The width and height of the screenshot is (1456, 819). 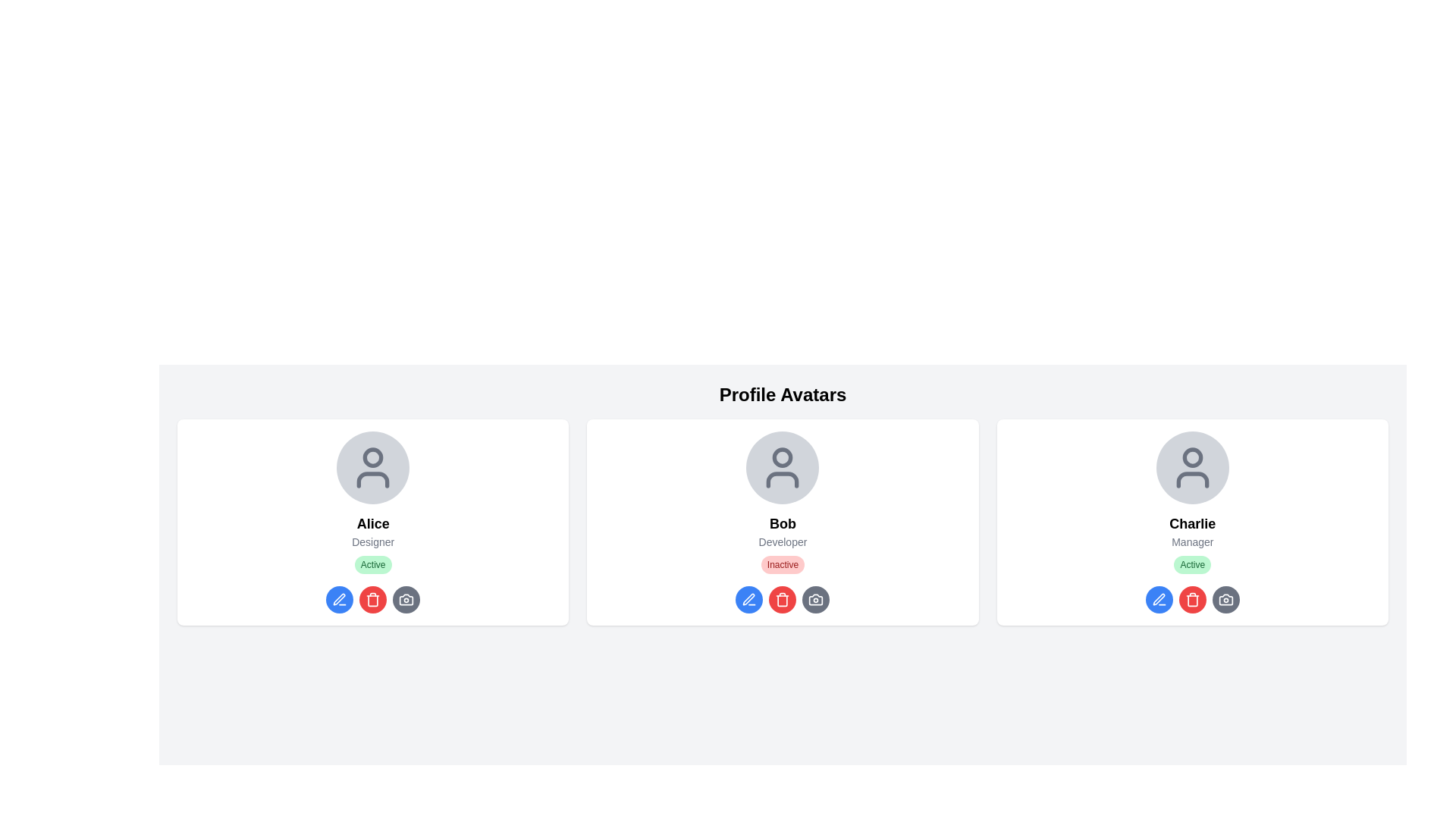 What do you see at coordinates (783, 479) in the screenshot?
I see `the semicircular graphical icon component within Bob's profile avatar, which is positioned below the head shape and above the 'Bob' text` at bounding box center [783, 479].